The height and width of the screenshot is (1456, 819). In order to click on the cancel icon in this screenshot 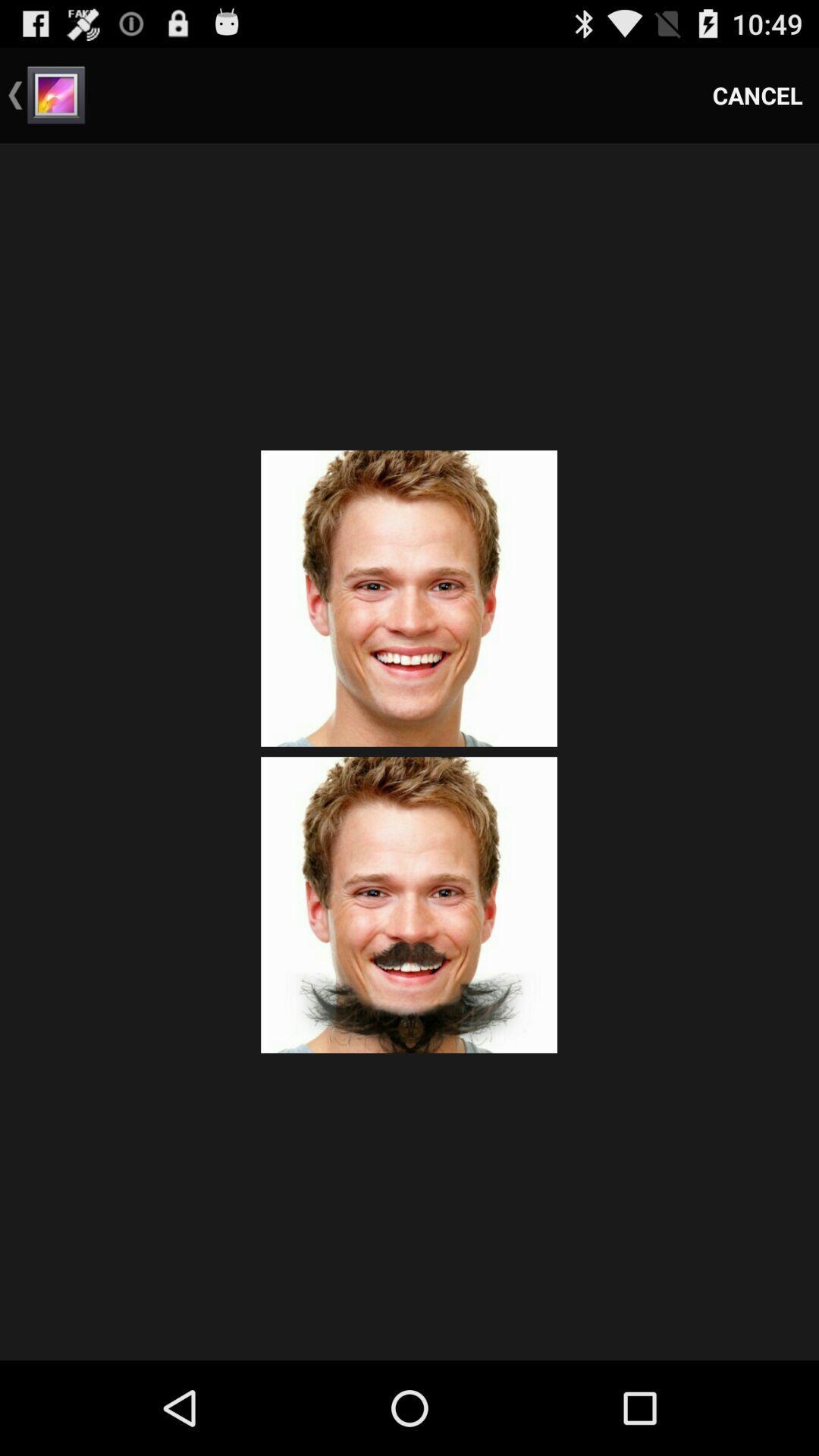, I will do `click(758, 94)`.